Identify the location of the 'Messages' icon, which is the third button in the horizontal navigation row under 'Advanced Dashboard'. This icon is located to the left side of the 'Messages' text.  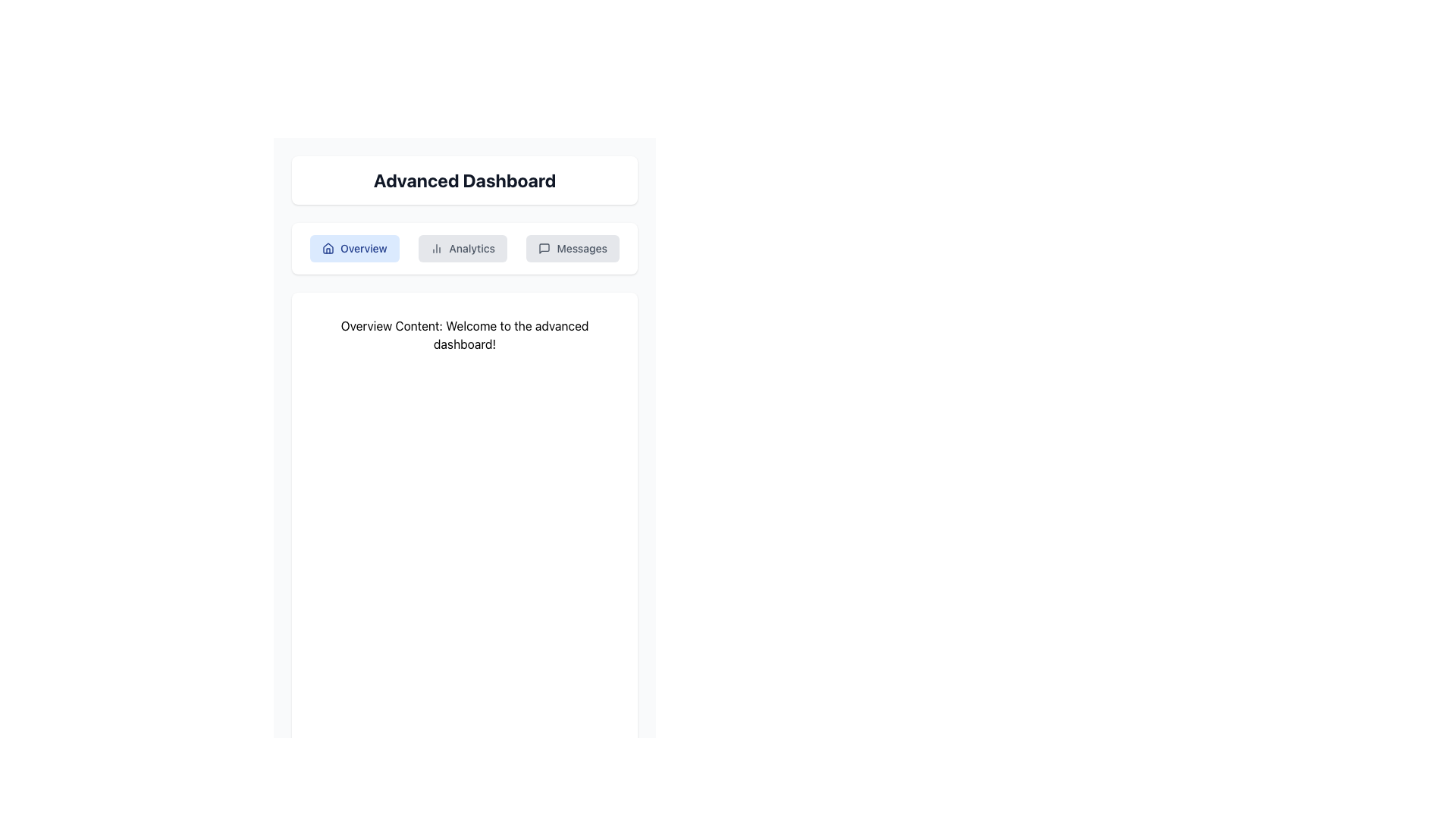
(544, 247).